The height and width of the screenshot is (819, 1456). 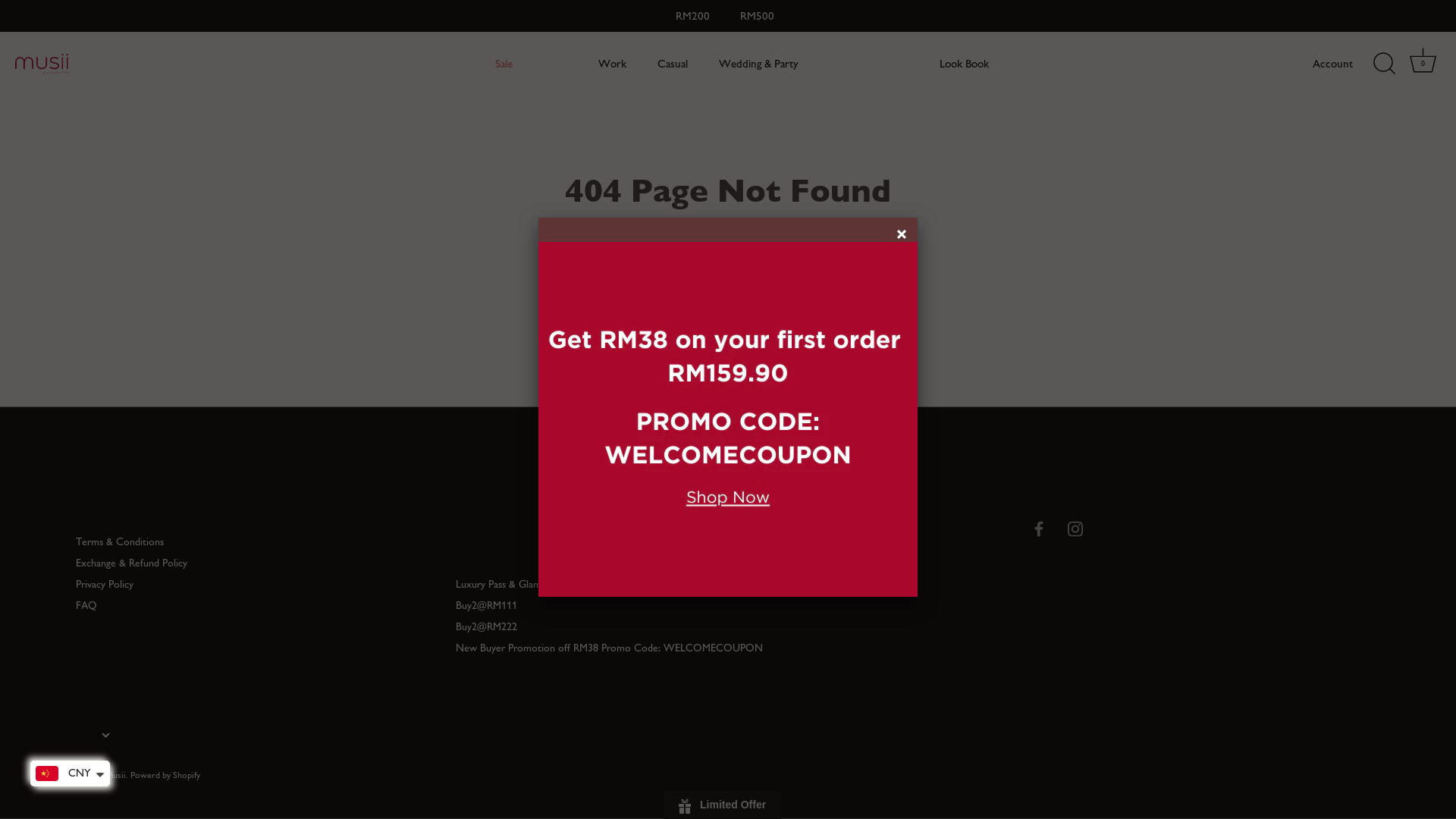 I want to click on 'Exchange & Refund Policy', so click(x=131, y=563).